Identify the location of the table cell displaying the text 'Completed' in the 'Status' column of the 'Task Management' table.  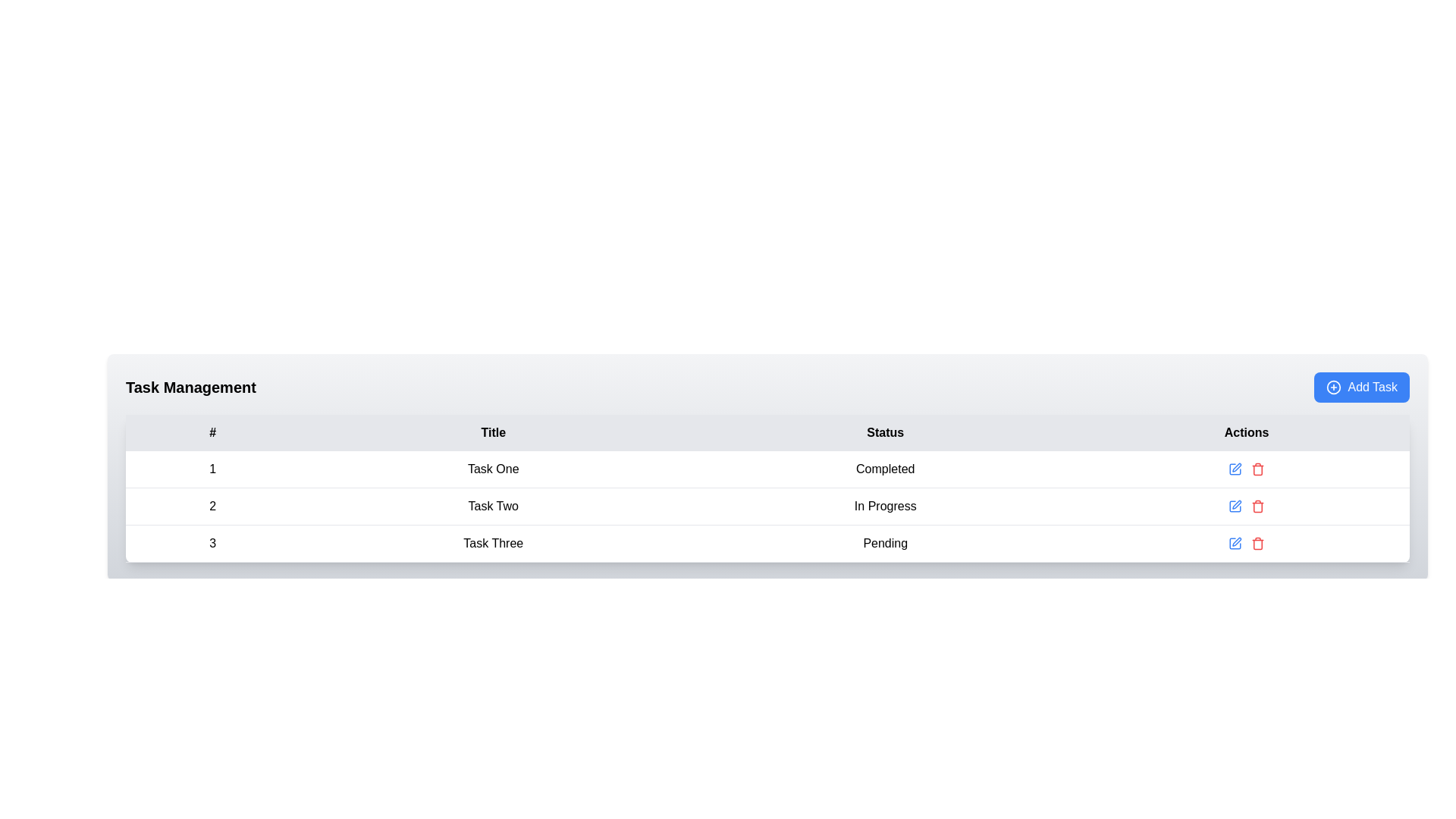
(885, 469).